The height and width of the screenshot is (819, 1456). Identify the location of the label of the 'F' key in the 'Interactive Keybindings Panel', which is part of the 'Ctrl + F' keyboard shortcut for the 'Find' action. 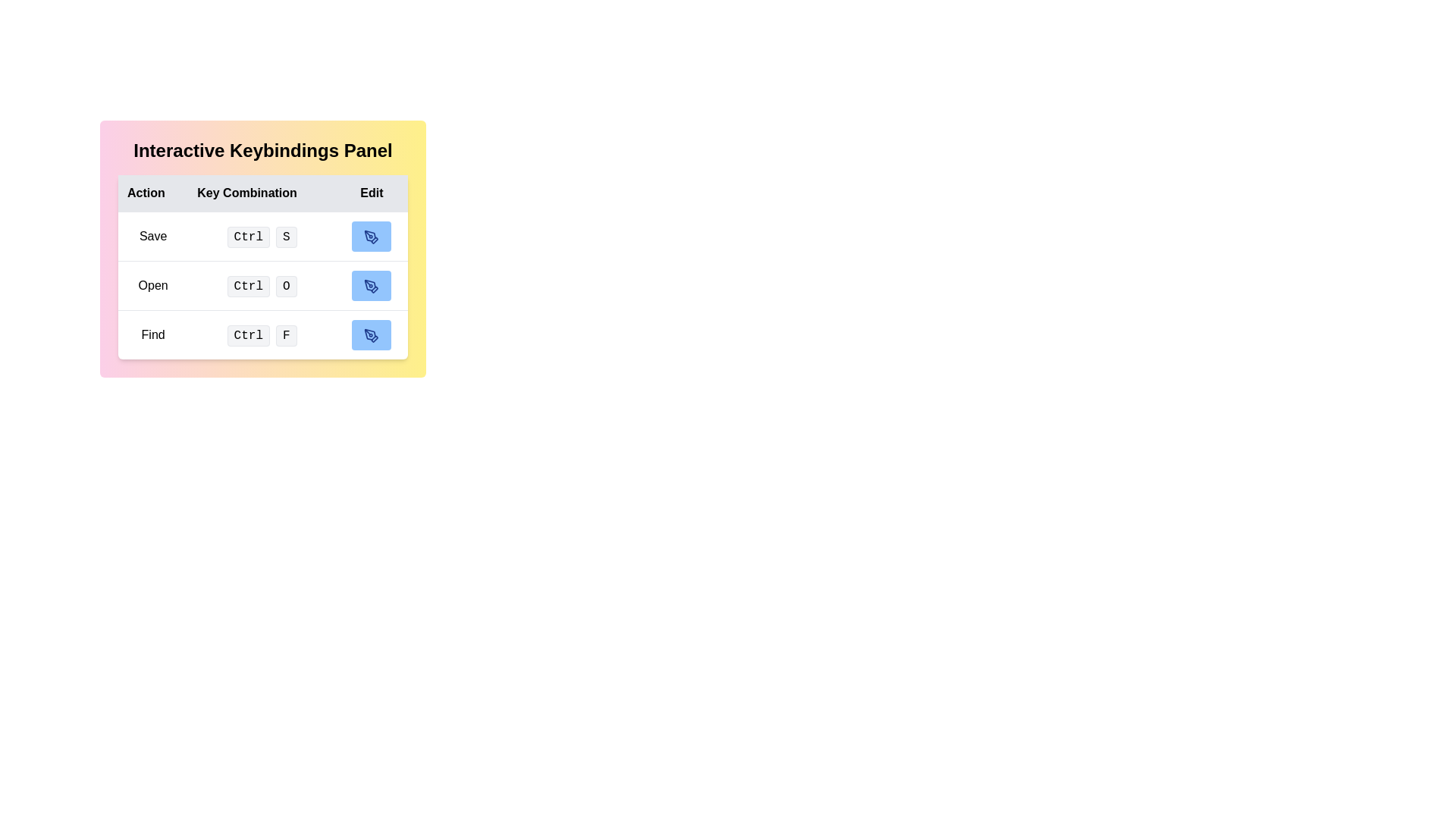
(286, 334).